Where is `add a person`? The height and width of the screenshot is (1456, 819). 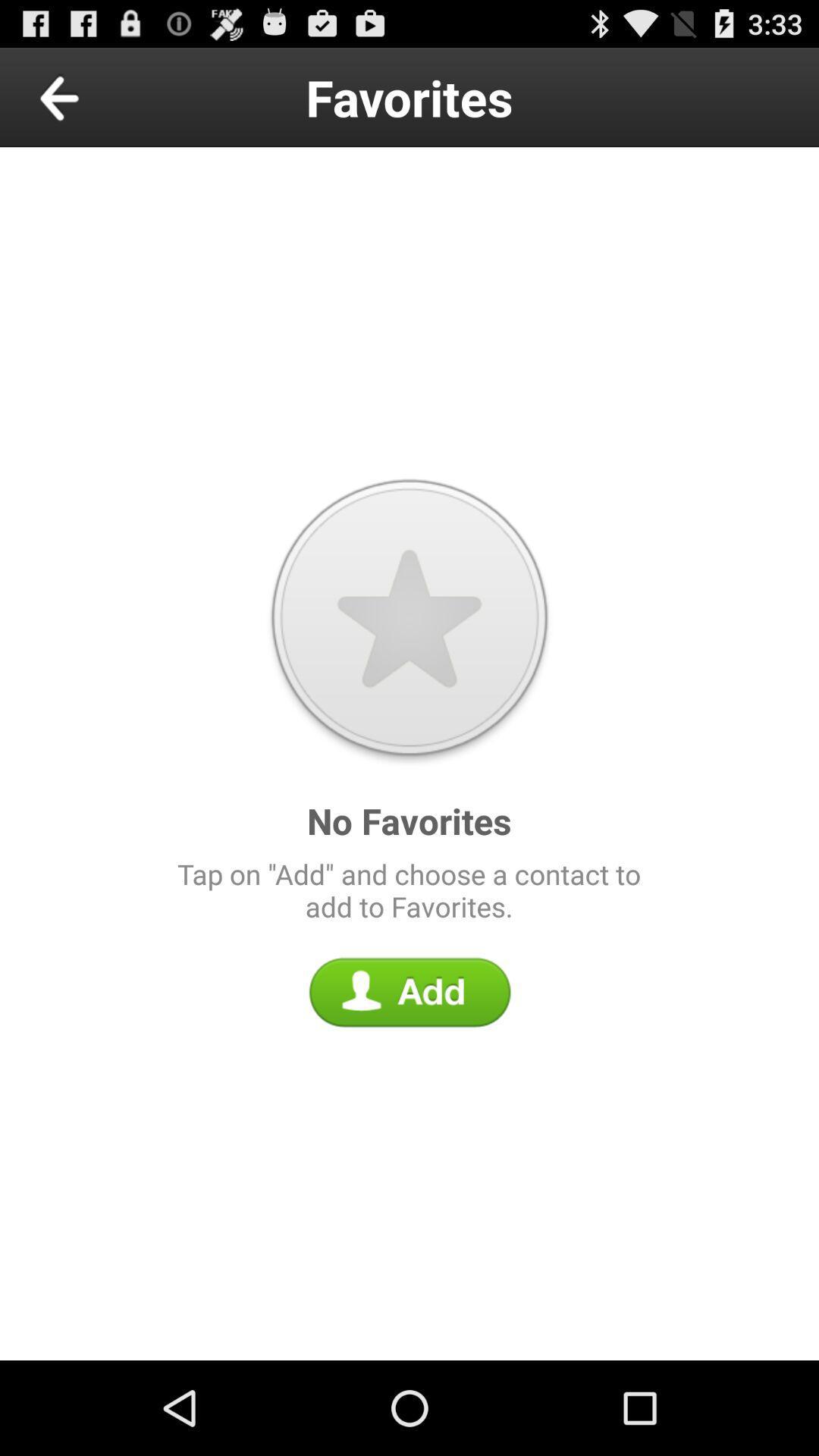
add a person is located at coordinates (409, 992).